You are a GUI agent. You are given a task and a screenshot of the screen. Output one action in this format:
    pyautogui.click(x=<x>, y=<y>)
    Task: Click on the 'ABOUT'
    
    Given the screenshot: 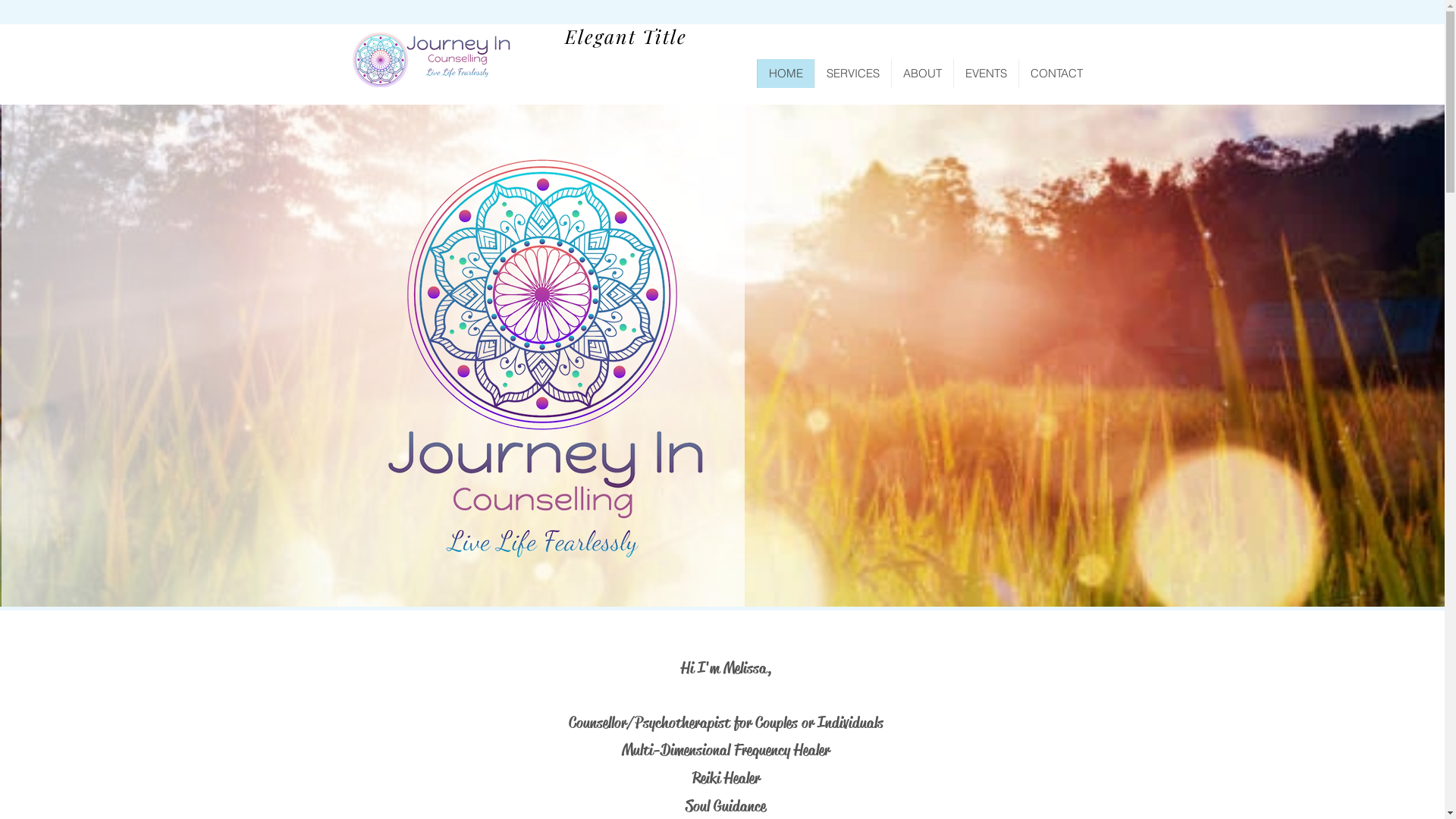 What is the action you would take?
    pyautogui.click(x=920, y=73)
    